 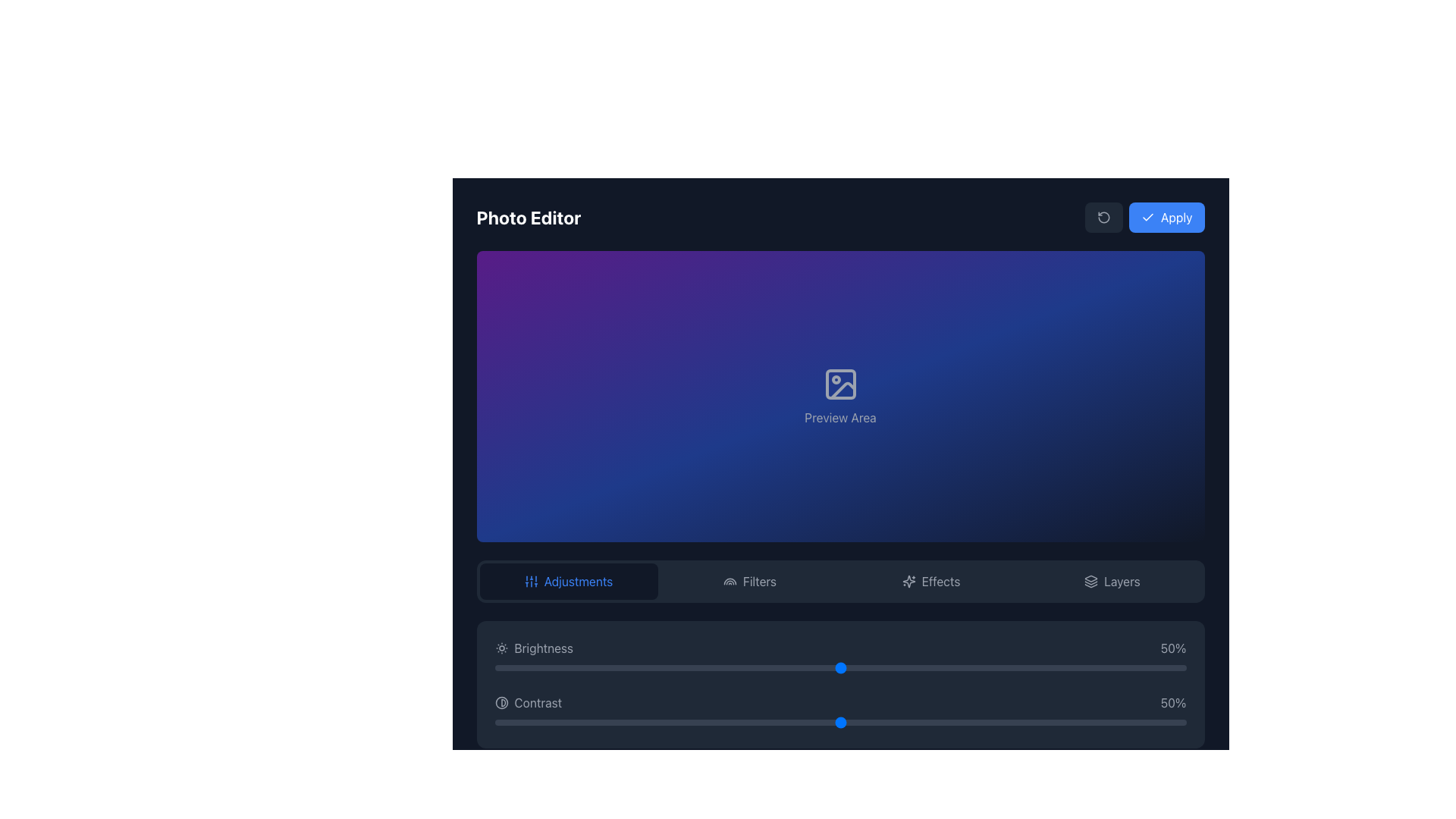 I want to click on the star-like icon with a sparkles design located in the 'Effects' tab of the photo editor interface, positioned leftmost adjacent to the label 'Effects', so click(x=908, y=581).